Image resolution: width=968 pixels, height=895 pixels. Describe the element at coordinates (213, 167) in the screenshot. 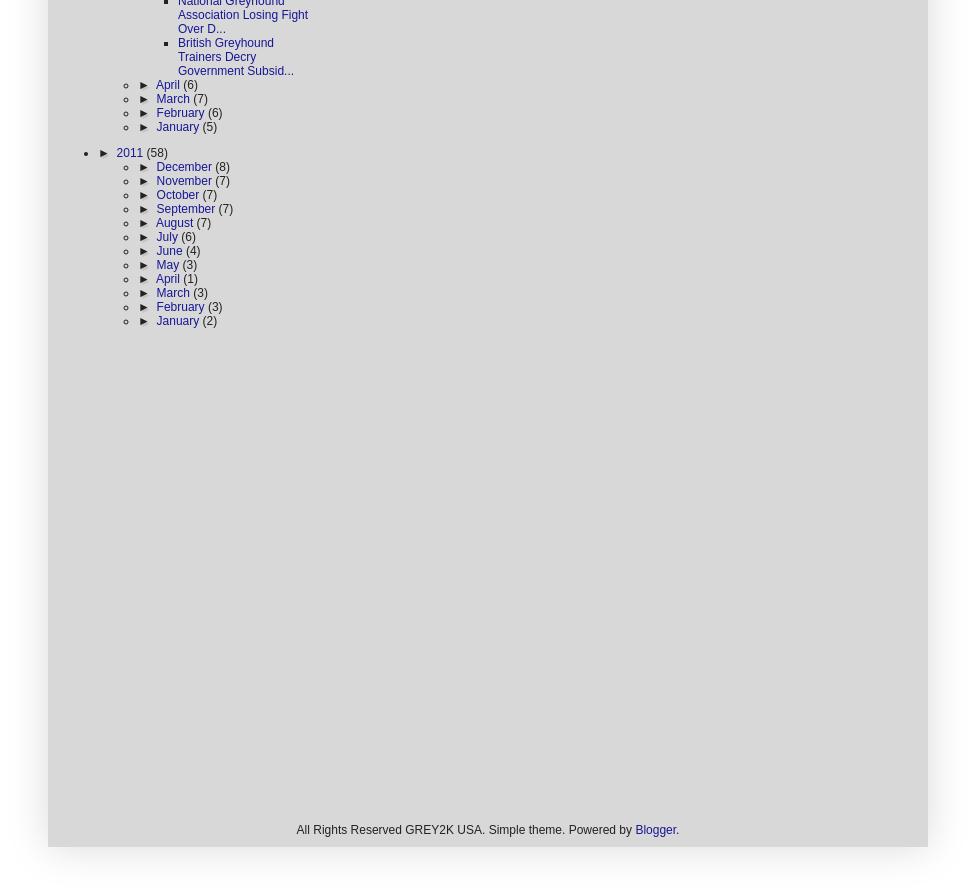

I see `'(8)'` at that location.